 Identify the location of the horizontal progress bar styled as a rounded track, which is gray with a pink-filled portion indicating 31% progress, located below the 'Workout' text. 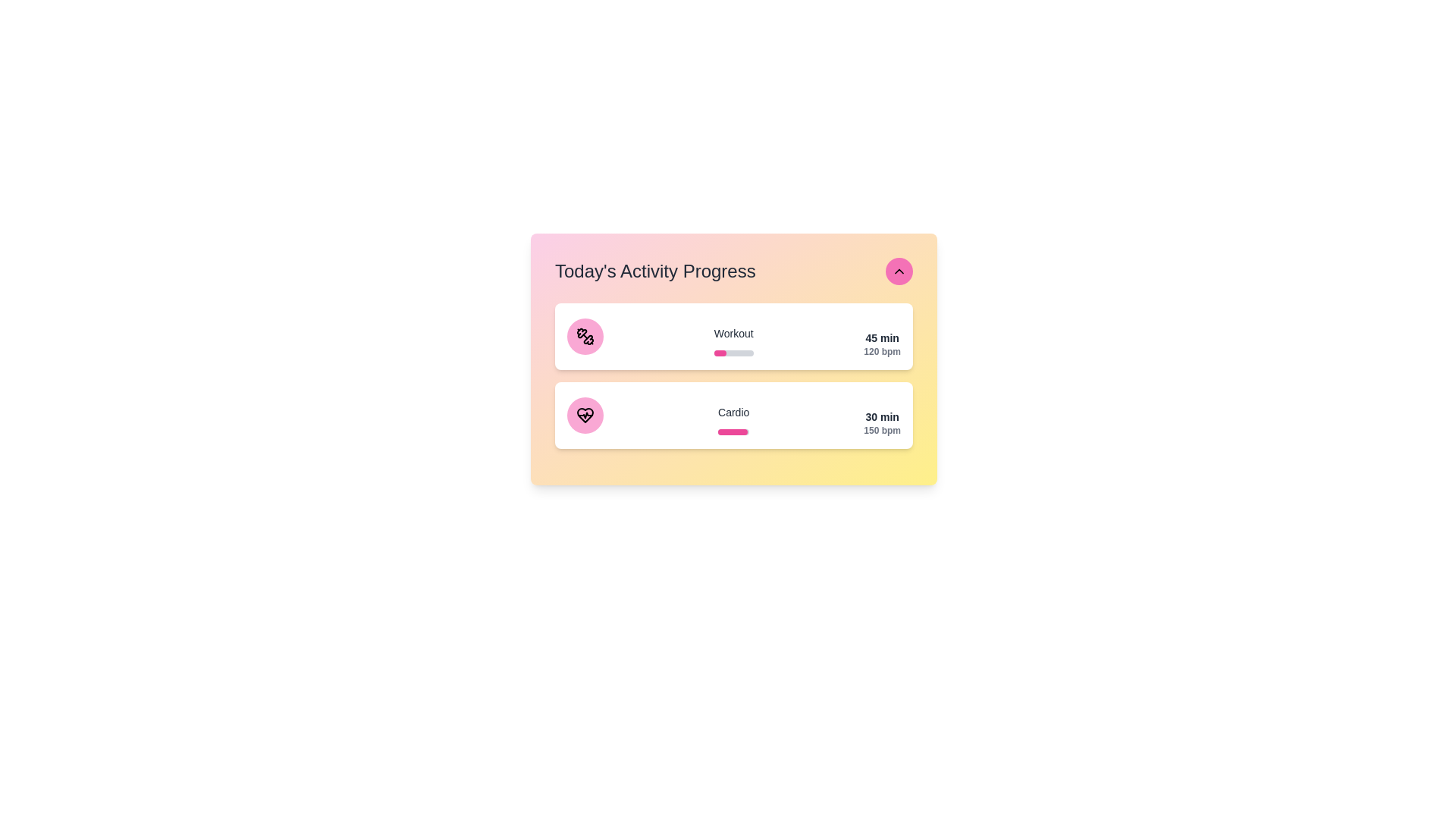
(733, 353).